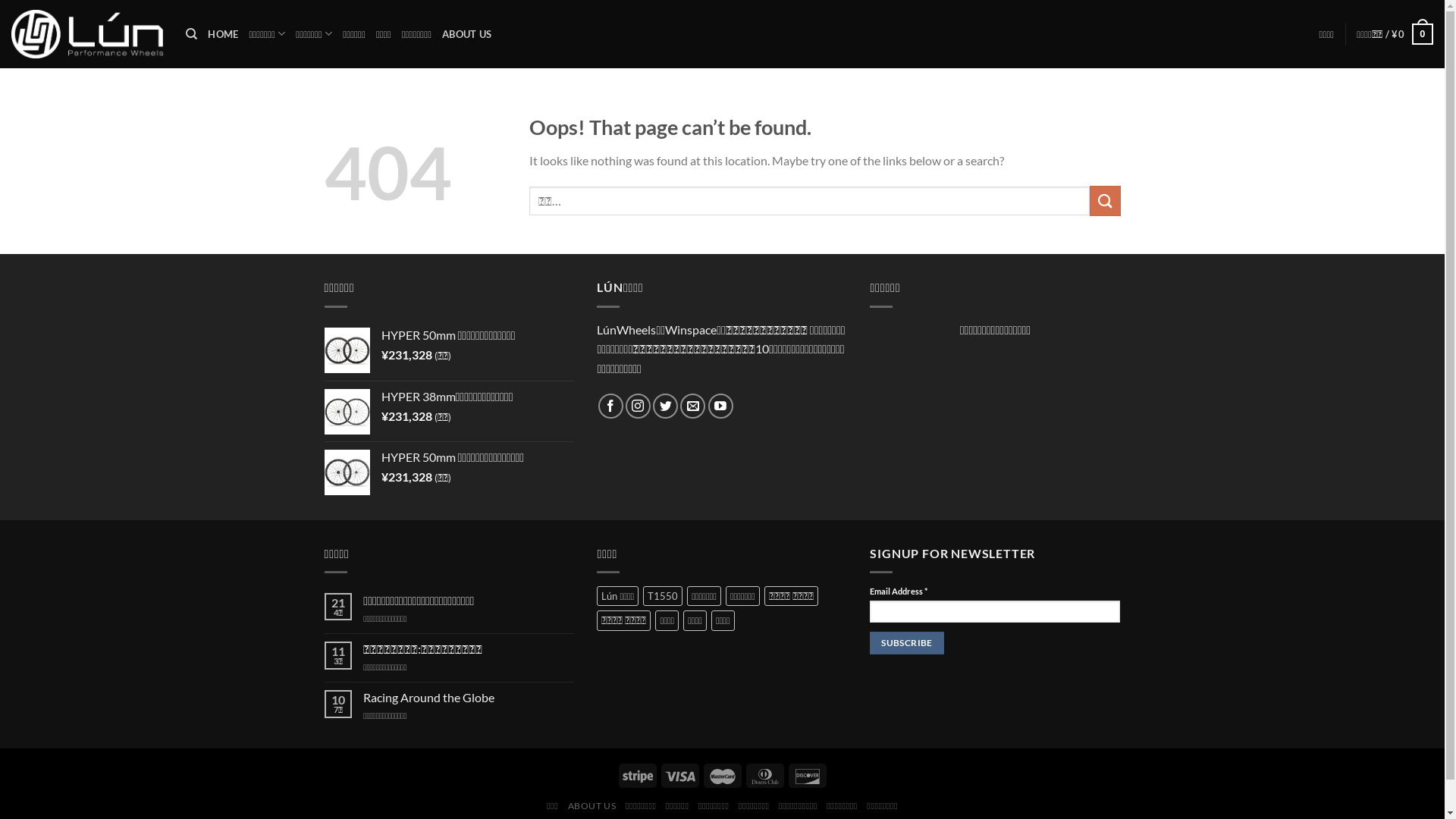  What do you see at coordinates (468, 697) in the screenshot?
I see `'Racing Around the Globe'` at bounding box center [468, 697].